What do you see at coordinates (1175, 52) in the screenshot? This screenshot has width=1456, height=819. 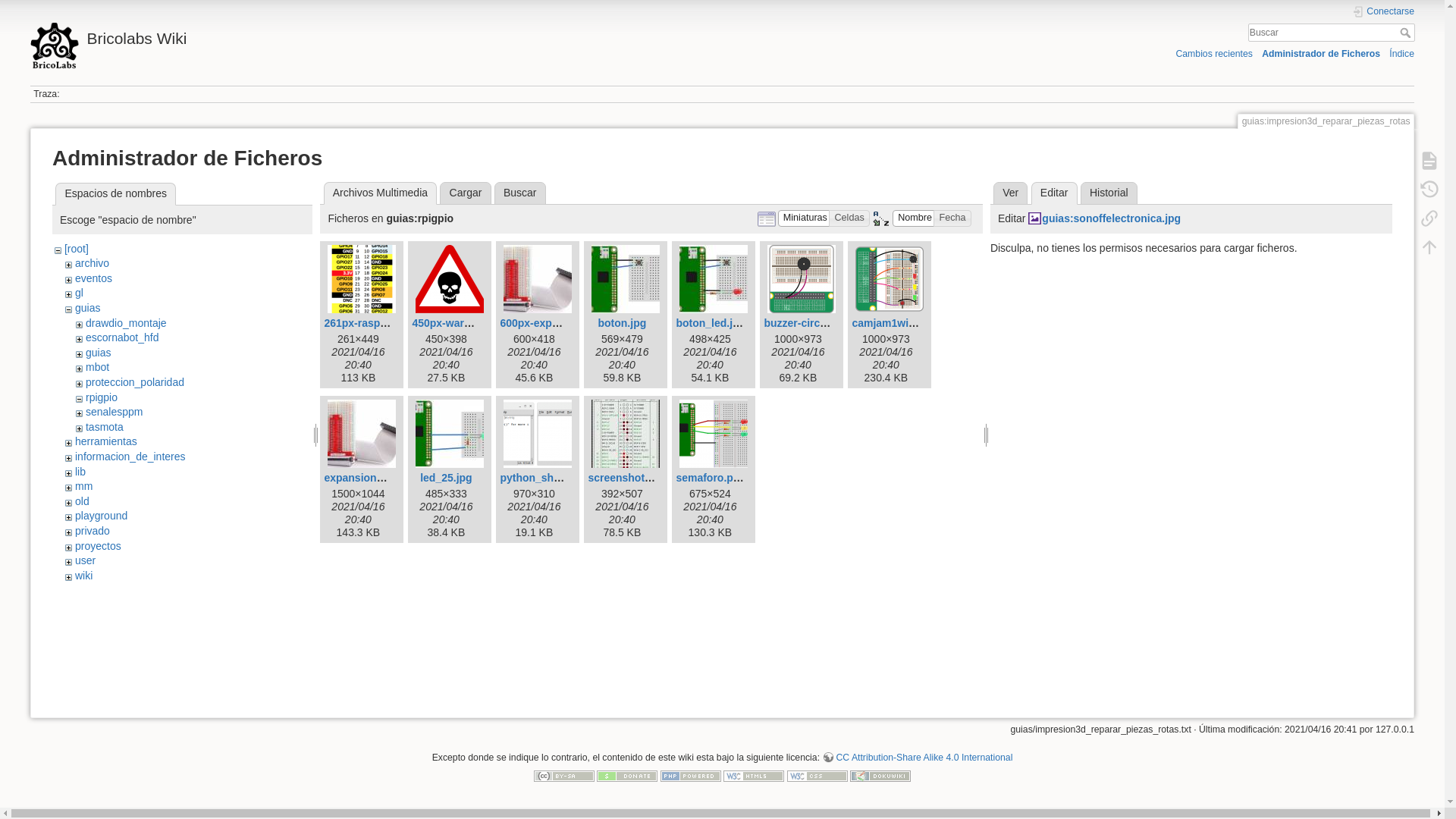 I see `'Cambios recientes'` at bounding box center [1175, 52].